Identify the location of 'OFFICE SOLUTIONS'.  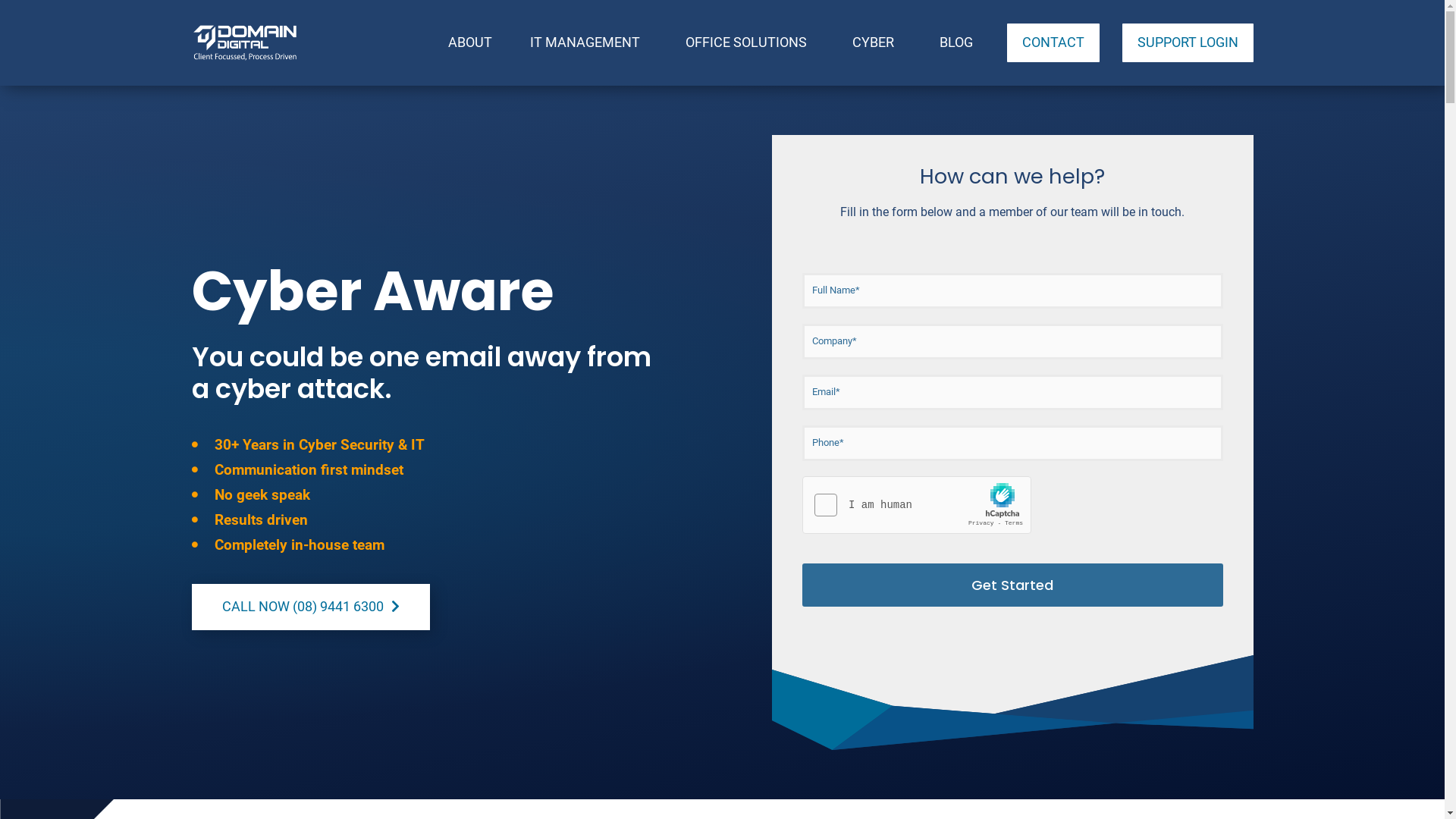
(749, 42).